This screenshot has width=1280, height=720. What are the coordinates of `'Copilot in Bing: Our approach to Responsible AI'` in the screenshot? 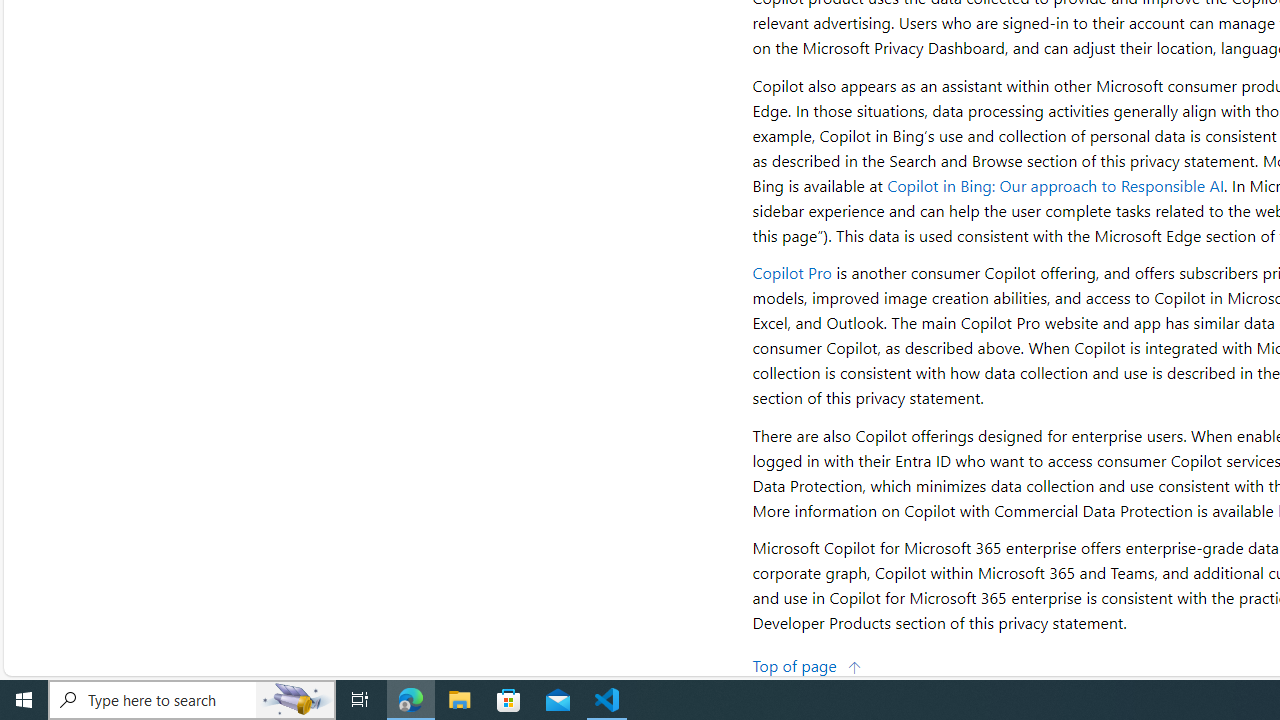 It's located at (1055, 185).